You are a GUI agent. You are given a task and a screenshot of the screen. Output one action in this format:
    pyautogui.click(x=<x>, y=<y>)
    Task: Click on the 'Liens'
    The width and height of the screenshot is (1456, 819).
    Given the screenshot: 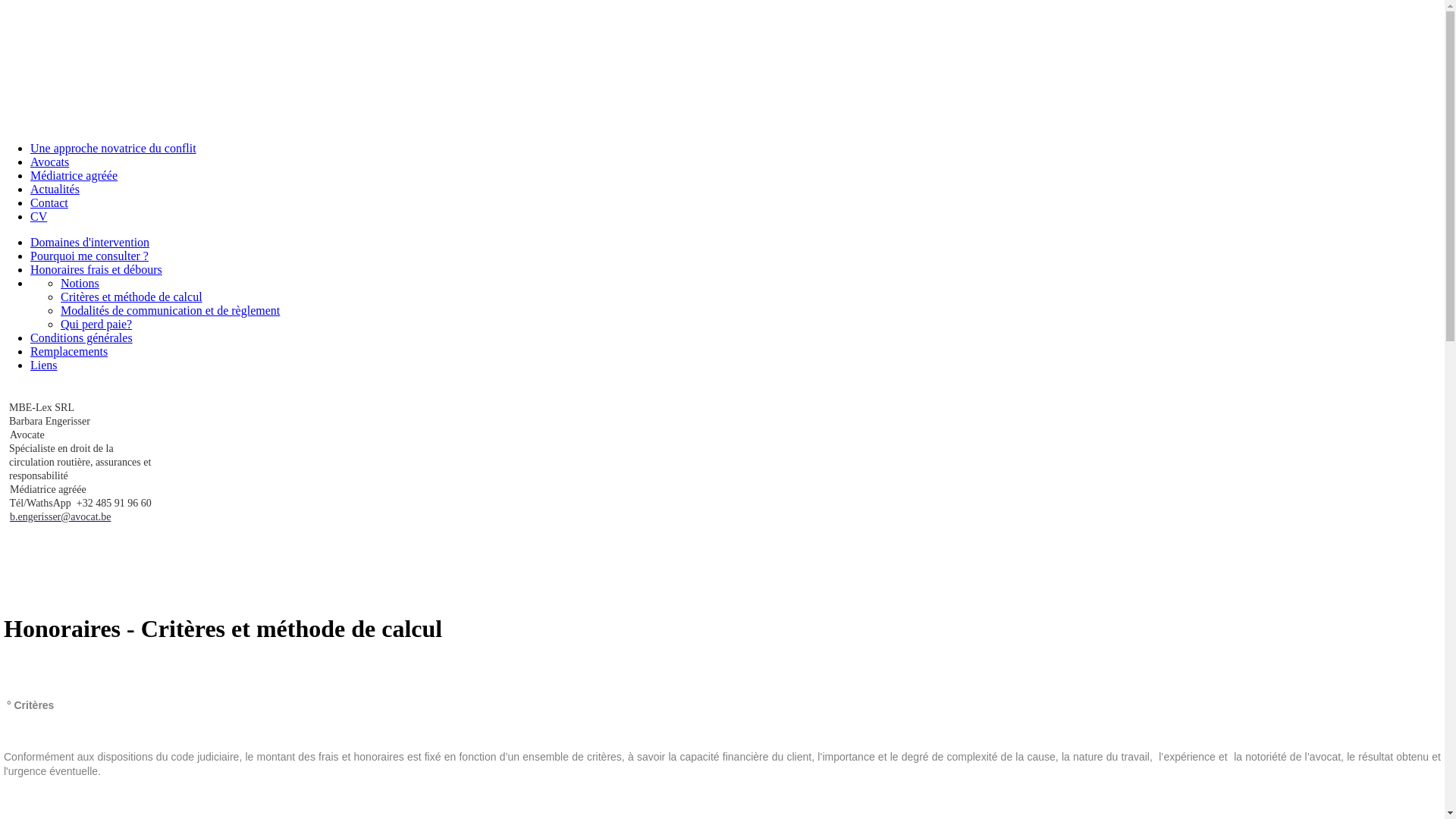 What is the action you would take?
    pyautogui.click(x=30, y=365)
    